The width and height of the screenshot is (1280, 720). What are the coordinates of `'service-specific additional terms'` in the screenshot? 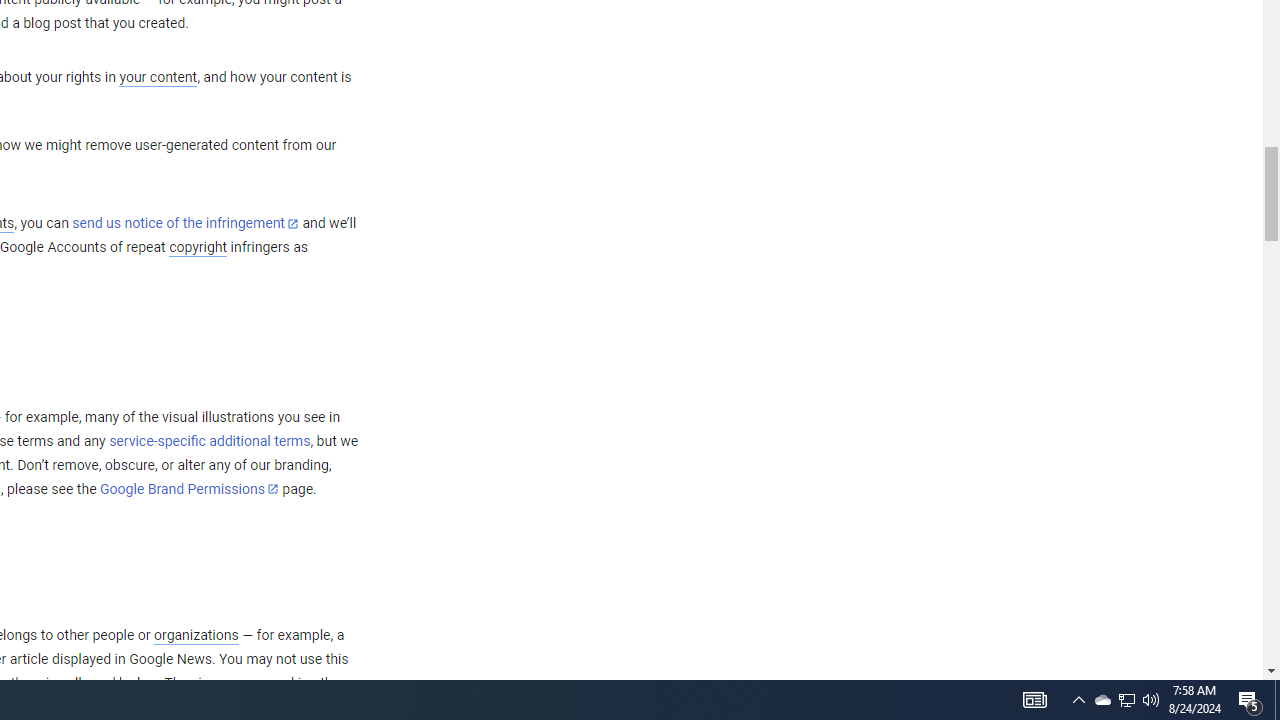 It's located at (209, 440).